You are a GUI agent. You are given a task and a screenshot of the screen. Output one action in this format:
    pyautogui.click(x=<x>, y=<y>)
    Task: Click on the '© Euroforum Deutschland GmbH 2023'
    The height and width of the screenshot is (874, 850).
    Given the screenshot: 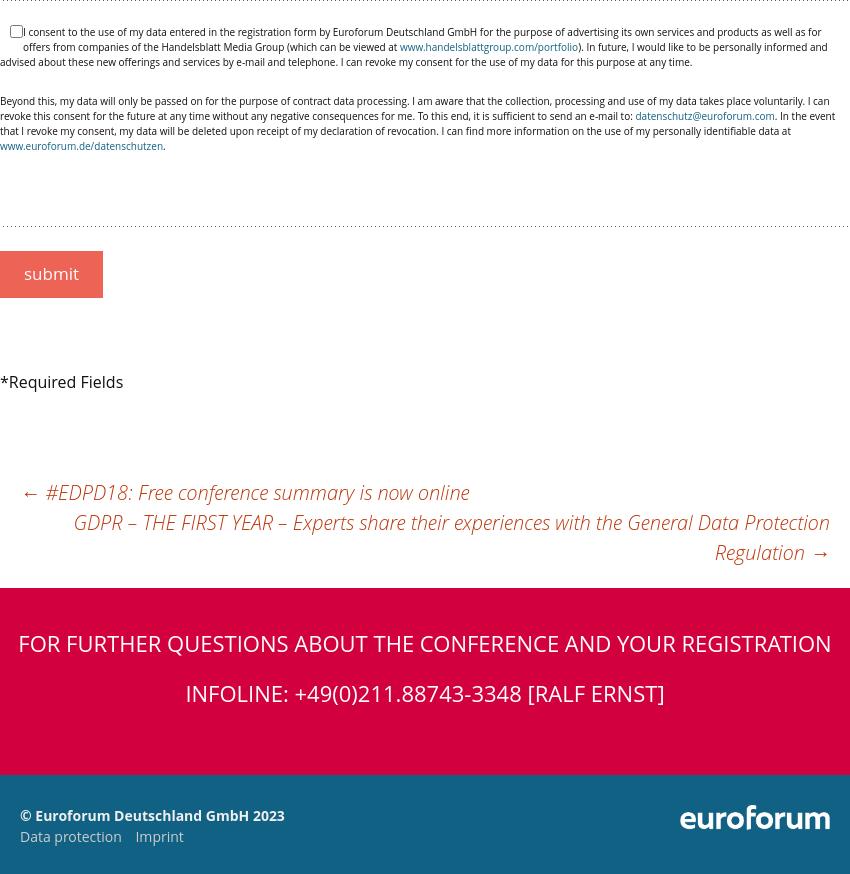 What is the action you would take?
    pyautogui.click(x=18, y=815)
    